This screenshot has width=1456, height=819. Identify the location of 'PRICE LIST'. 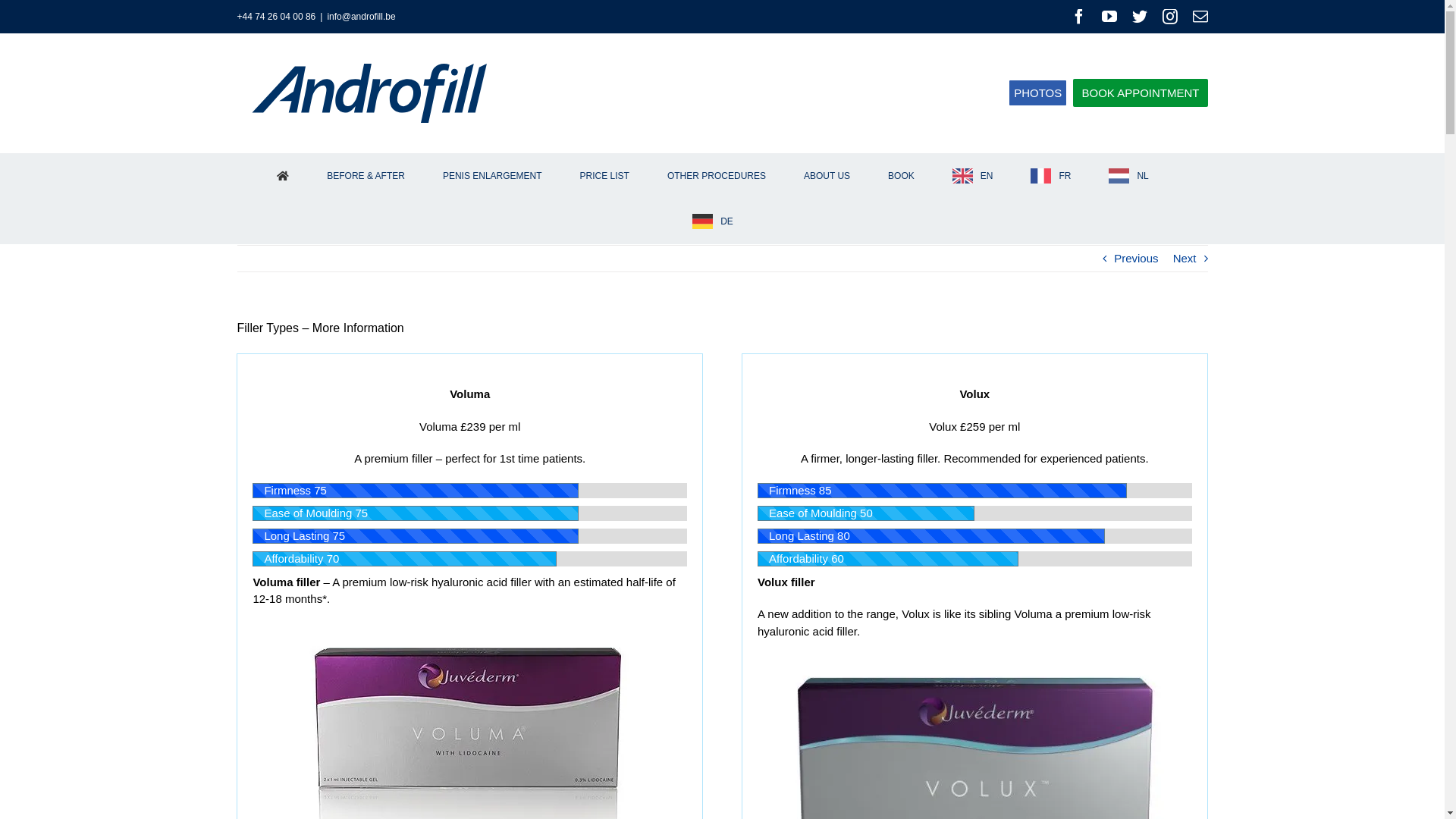
(570, 174).